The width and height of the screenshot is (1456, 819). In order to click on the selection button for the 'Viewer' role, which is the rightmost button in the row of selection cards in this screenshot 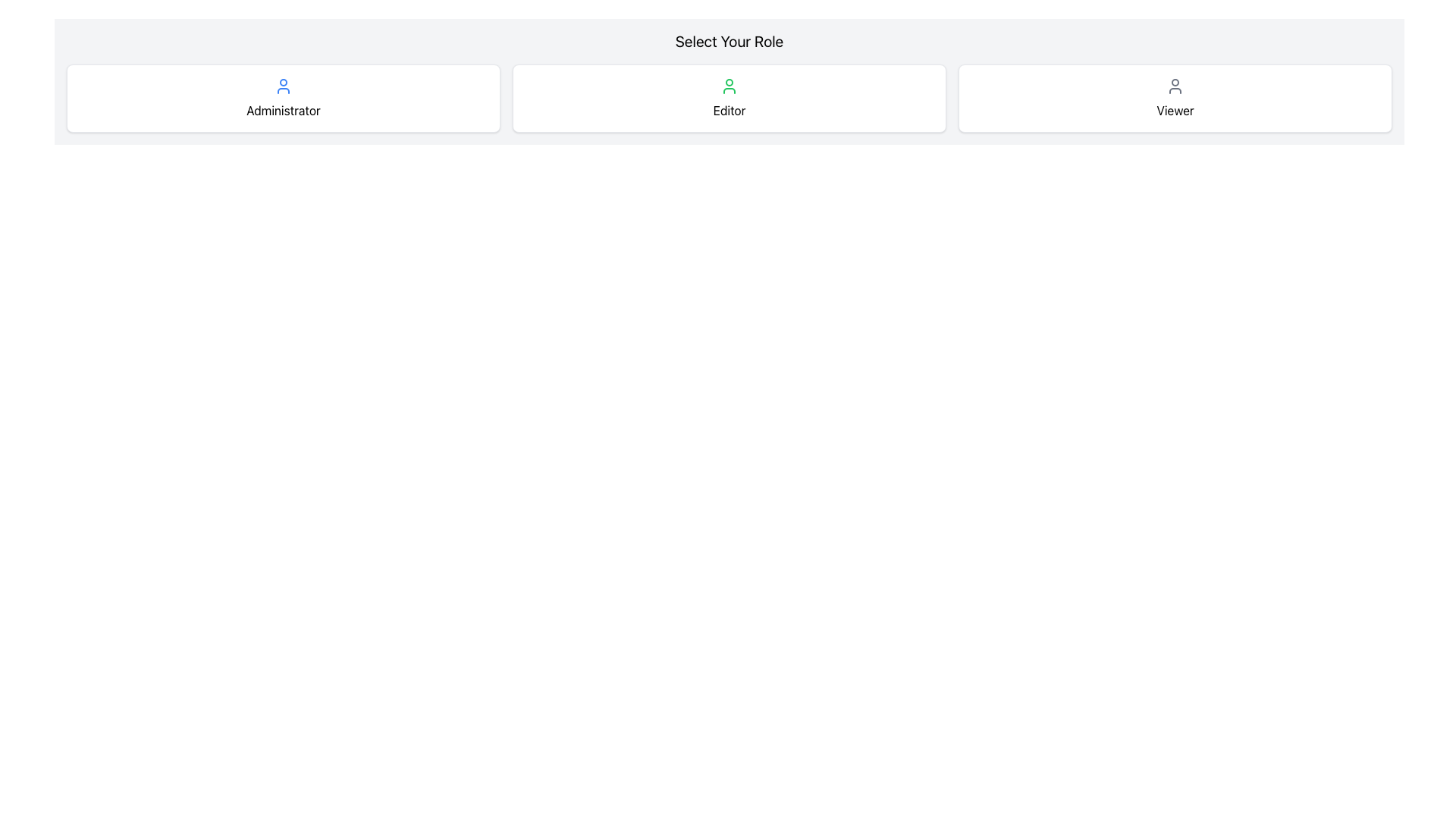, I will do `click(1175, 99)`.